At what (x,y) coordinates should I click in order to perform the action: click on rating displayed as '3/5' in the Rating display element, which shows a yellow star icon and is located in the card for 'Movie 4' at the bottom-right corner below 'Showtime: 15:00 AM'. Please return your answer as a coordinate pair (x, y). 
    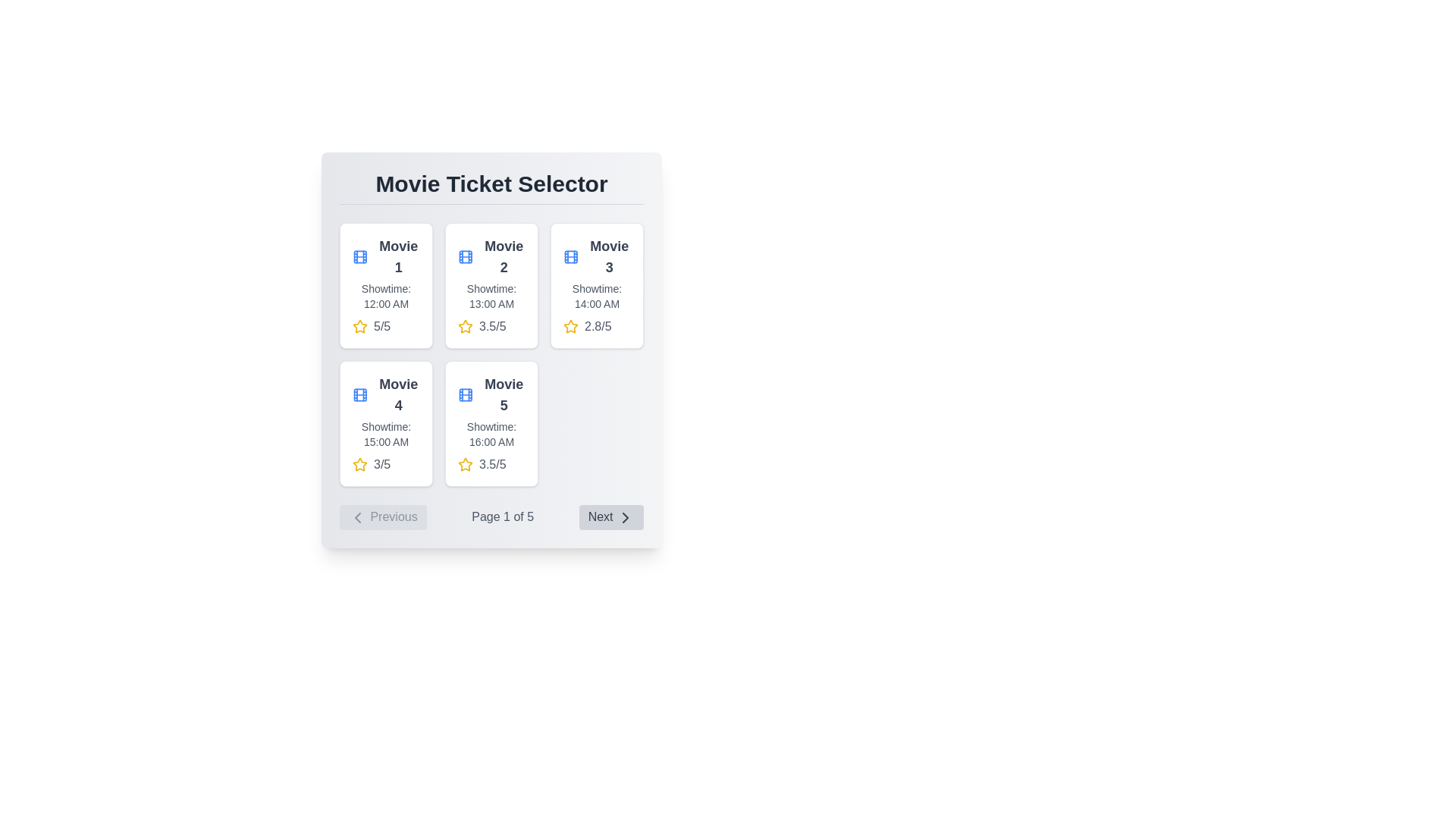
    Looking at the image, I should click on (386, 464).